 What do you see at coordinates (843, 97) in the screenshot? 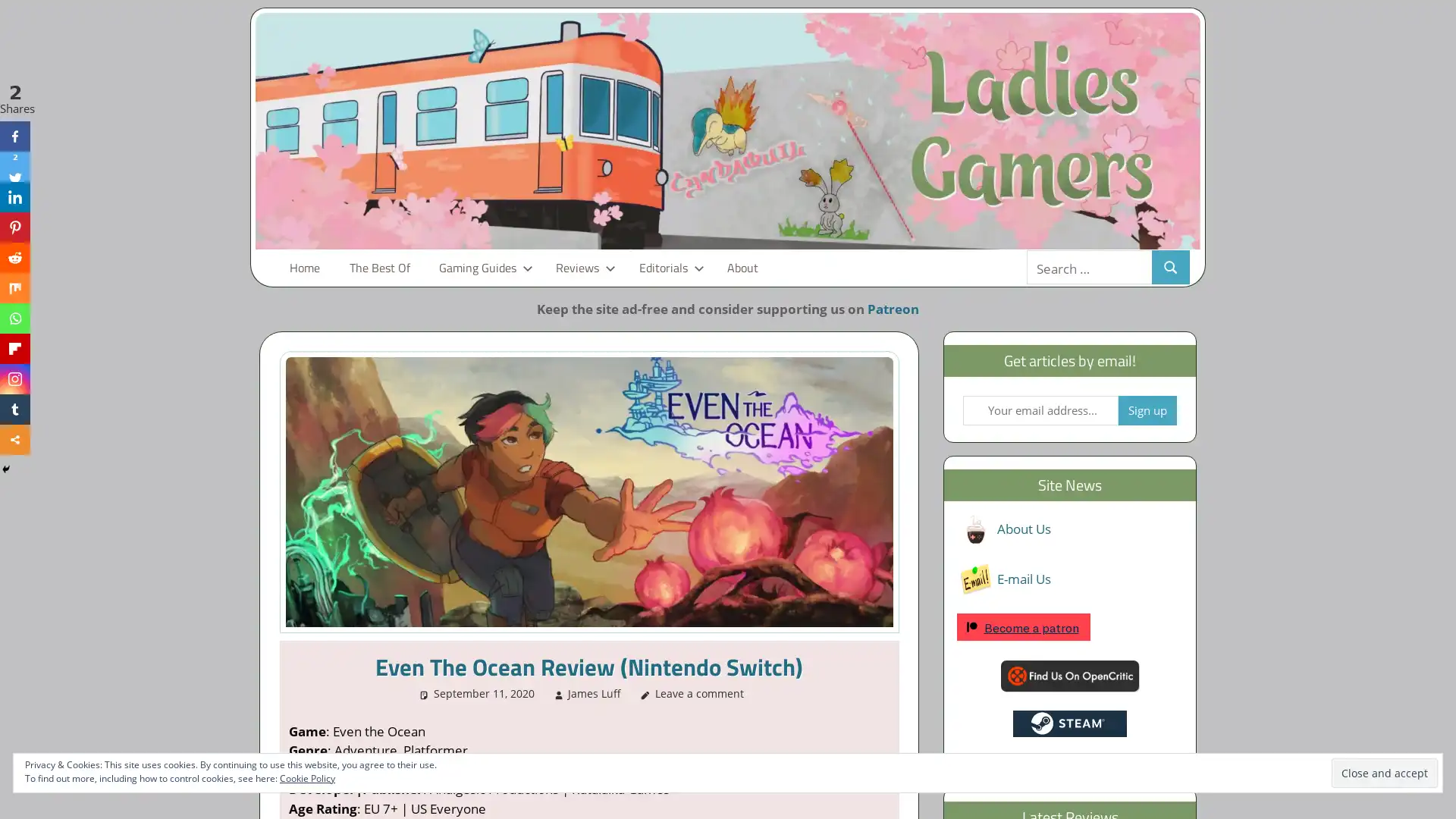
I see `Yes please!` at bounding box center [843, 97].